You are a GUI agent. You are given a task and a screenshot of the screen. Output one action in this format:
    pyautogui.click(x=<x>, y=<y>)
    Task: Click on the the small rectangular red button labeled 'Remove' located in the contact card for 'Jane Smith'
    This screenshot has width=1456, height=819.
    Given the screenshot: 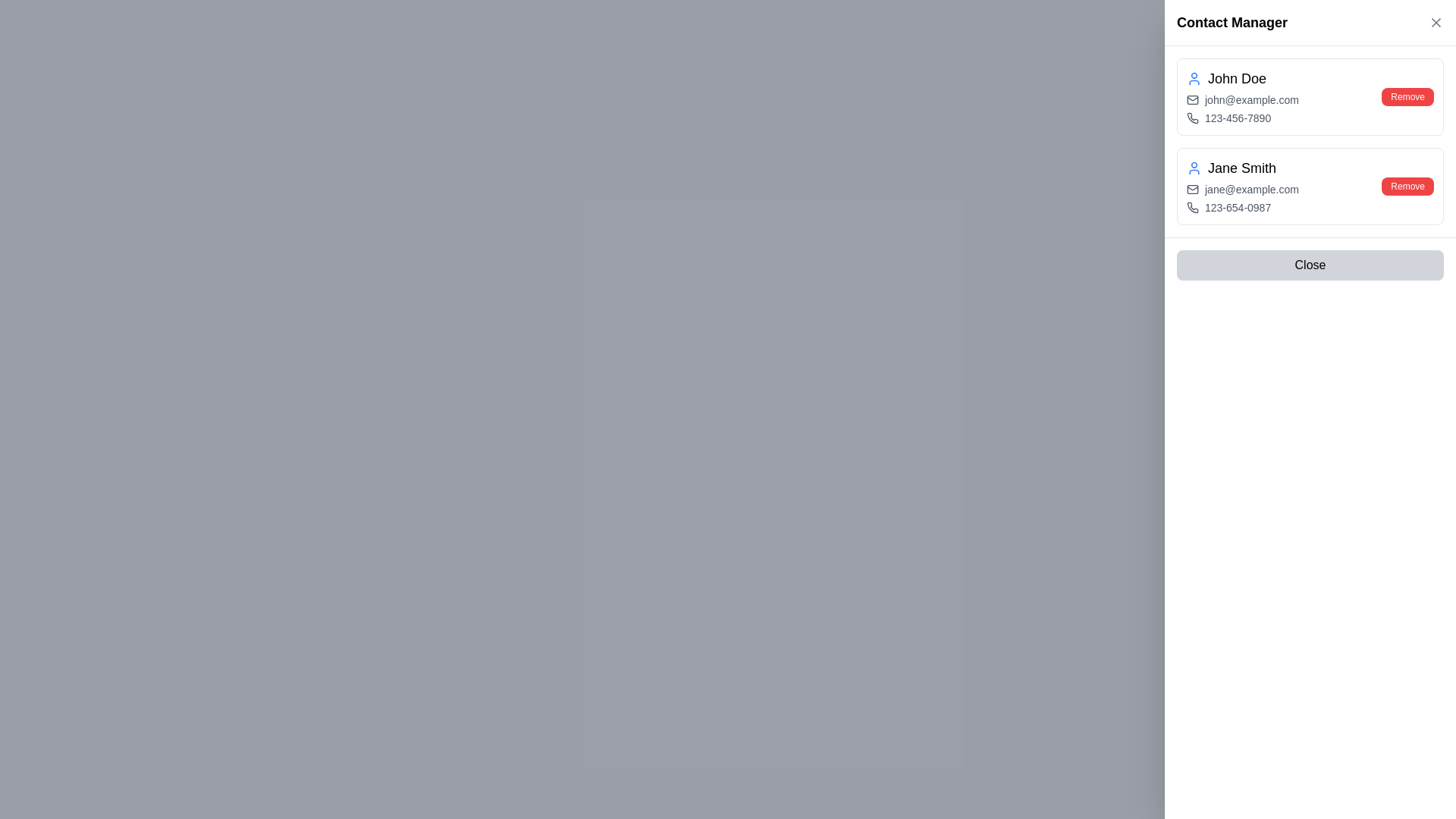 What is the action you would take?
    pyautogui.click(x=1407, y=186)
    